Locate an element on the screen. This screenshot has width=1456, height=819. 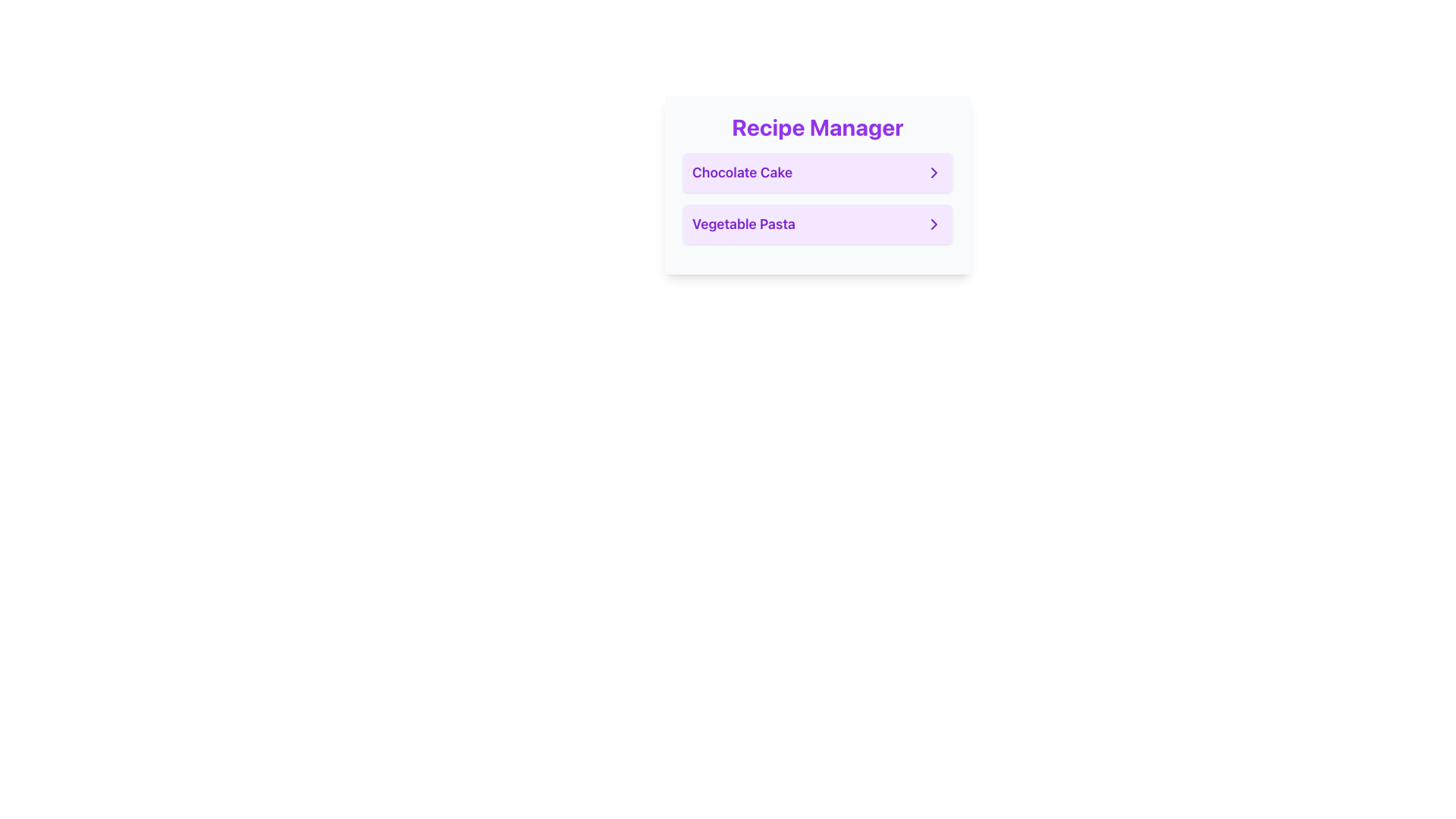
the Text Label that indicates the name of the recipe item 'Vegetable Pasta', located in the middle-left section of the second card in the 'Recipe Manager' panel is located at coordinates (743, 224).